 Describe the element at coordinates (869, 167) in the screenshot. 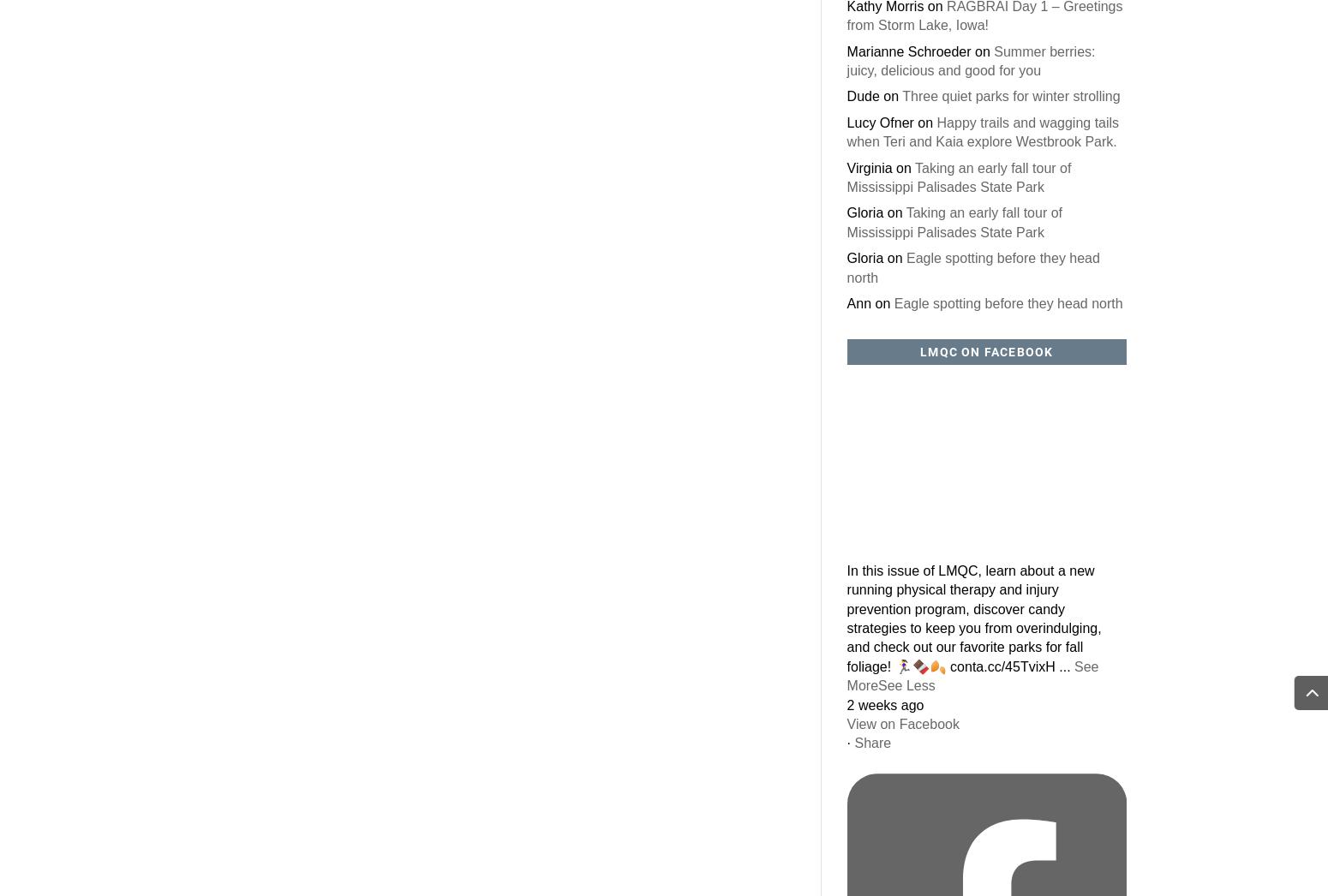

I see `'Virginia'` at that location.